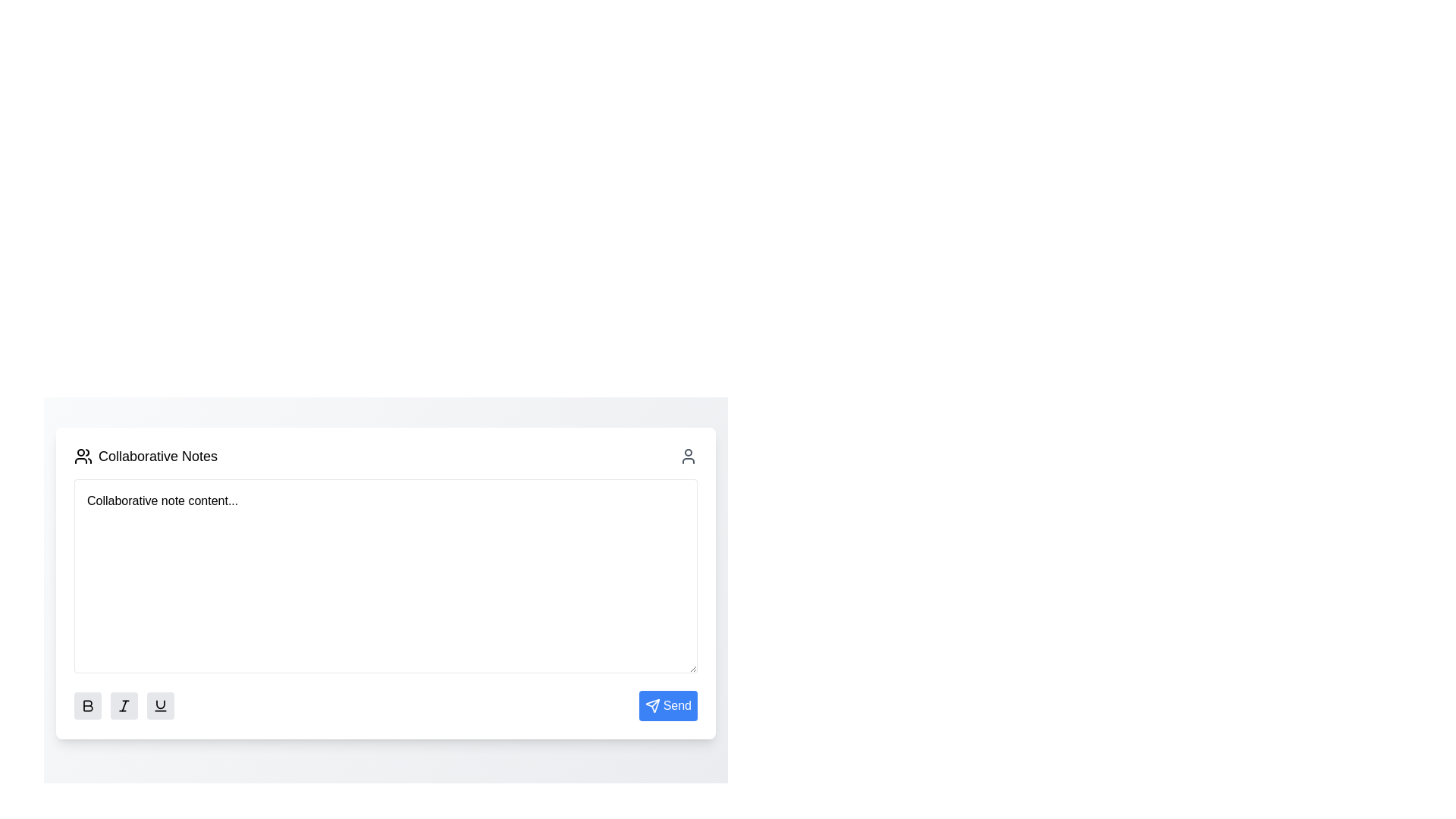  Describe the element at coordinates (86, 705) in the screenshot. I see `the bold toggle button located at the bottom-left of the 'Collaborative Notes' area, which is the first button in a horizontal group of three buttons` at that location.